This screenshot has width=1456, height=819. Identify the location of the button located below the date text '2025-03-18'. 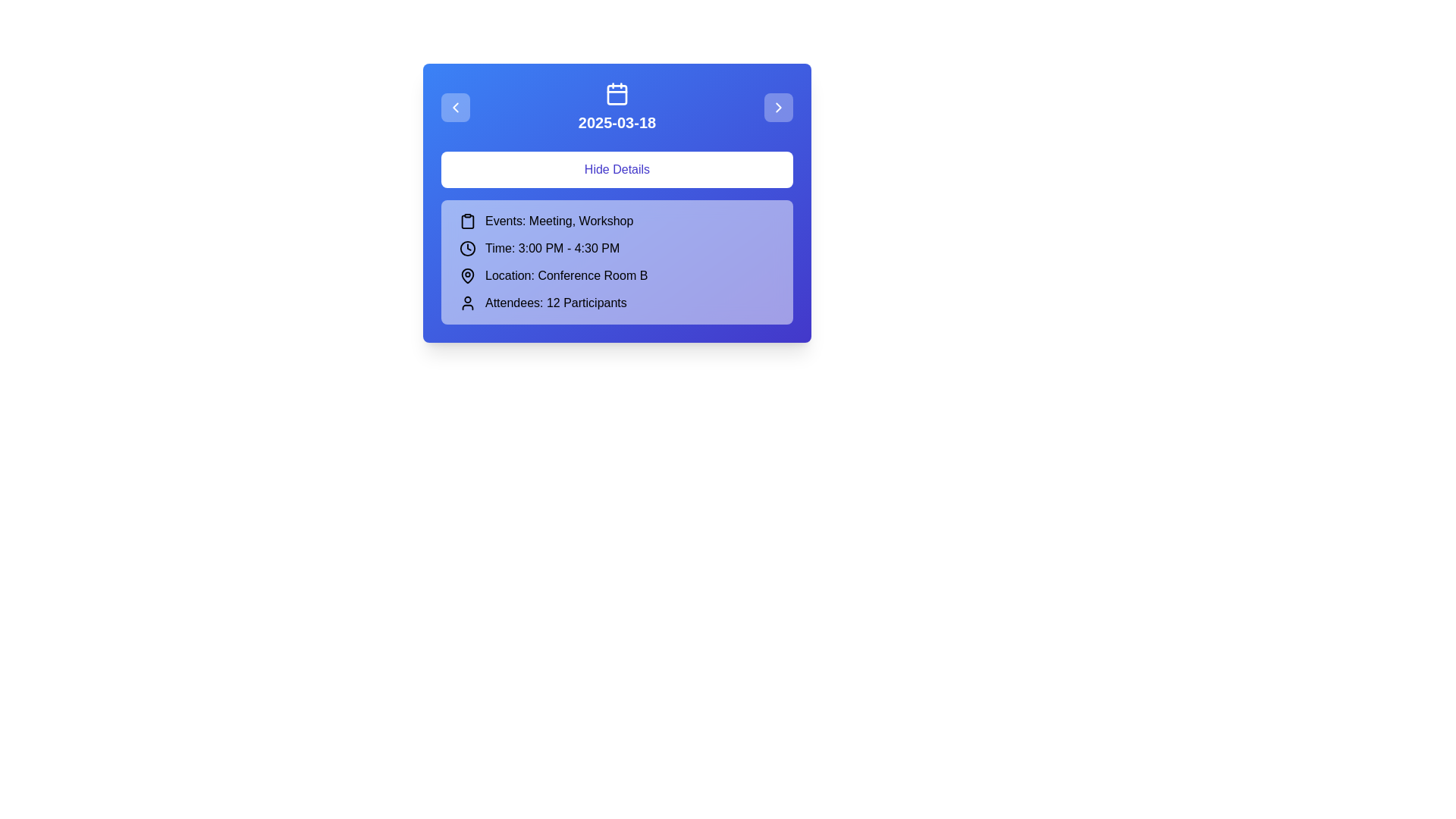
(617, 169).